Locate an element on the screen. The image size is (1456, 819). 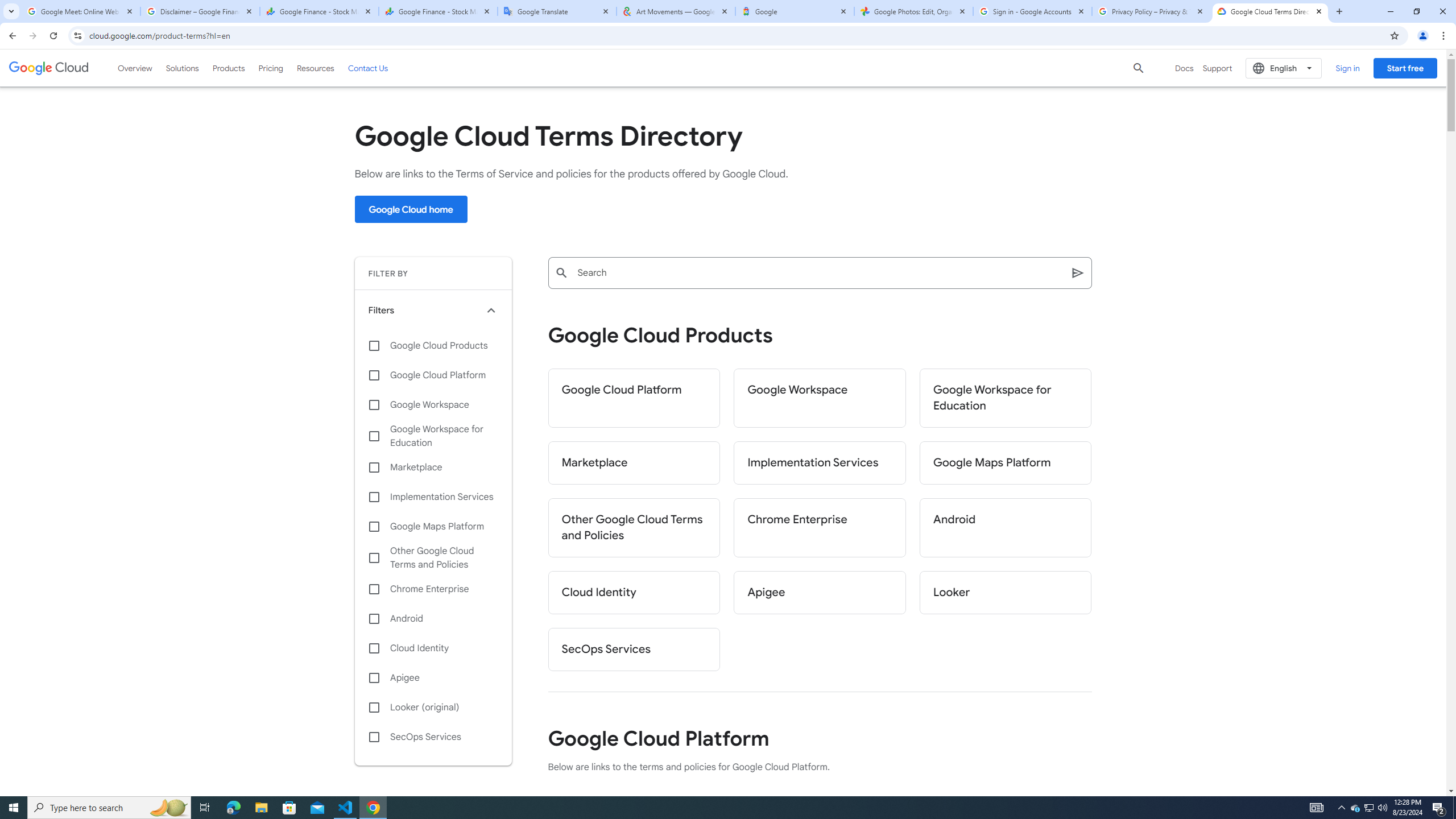
'Google Cloud home' is located at coordinates (410, 209).